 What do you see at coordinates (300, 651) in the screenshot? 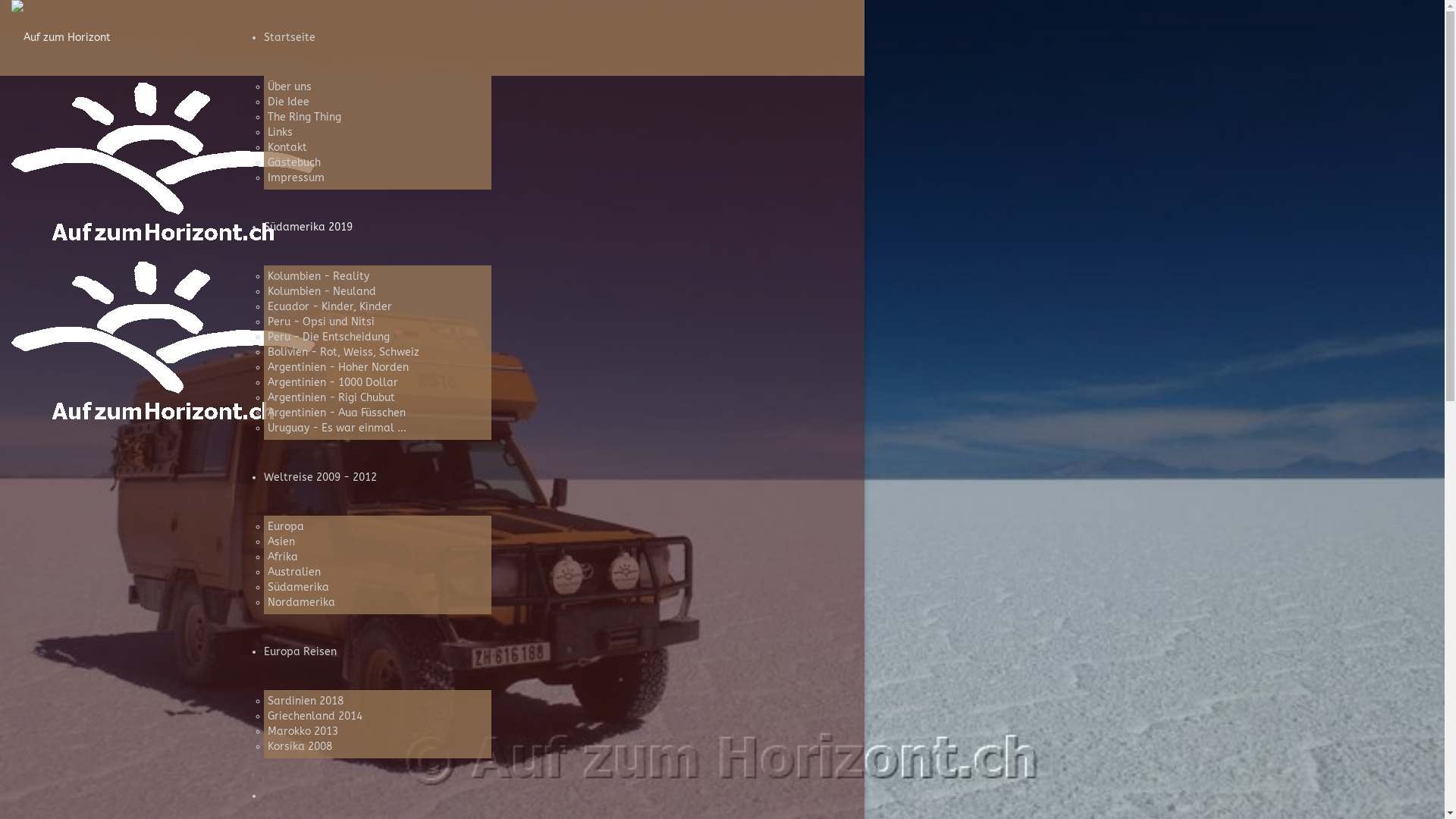
I see `'Europa Reisen'` at bounding box center [300, 651].